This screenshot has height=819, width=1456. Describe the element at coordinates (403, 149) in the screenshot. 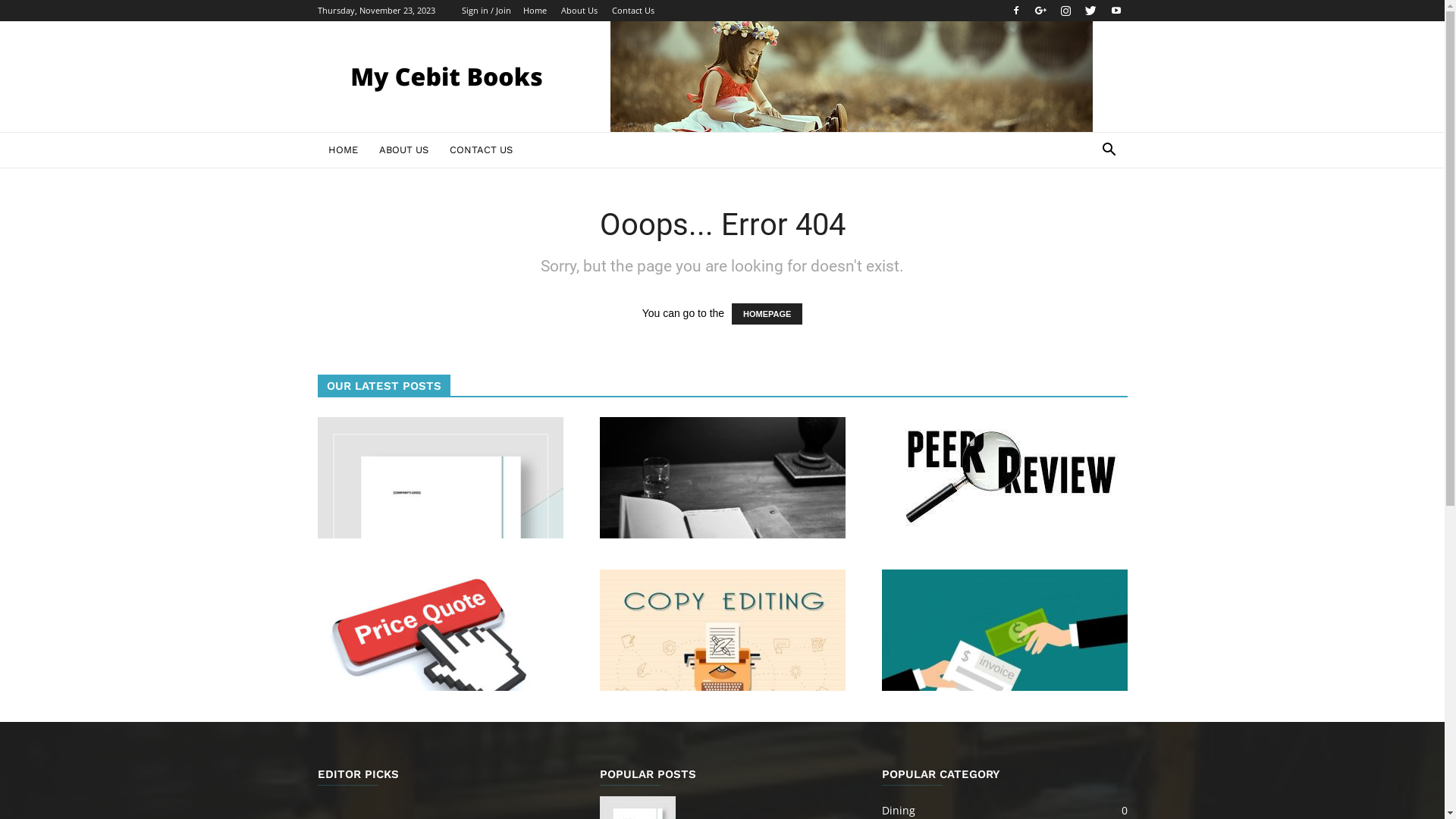

I see `'ABOUT US'` at that location.